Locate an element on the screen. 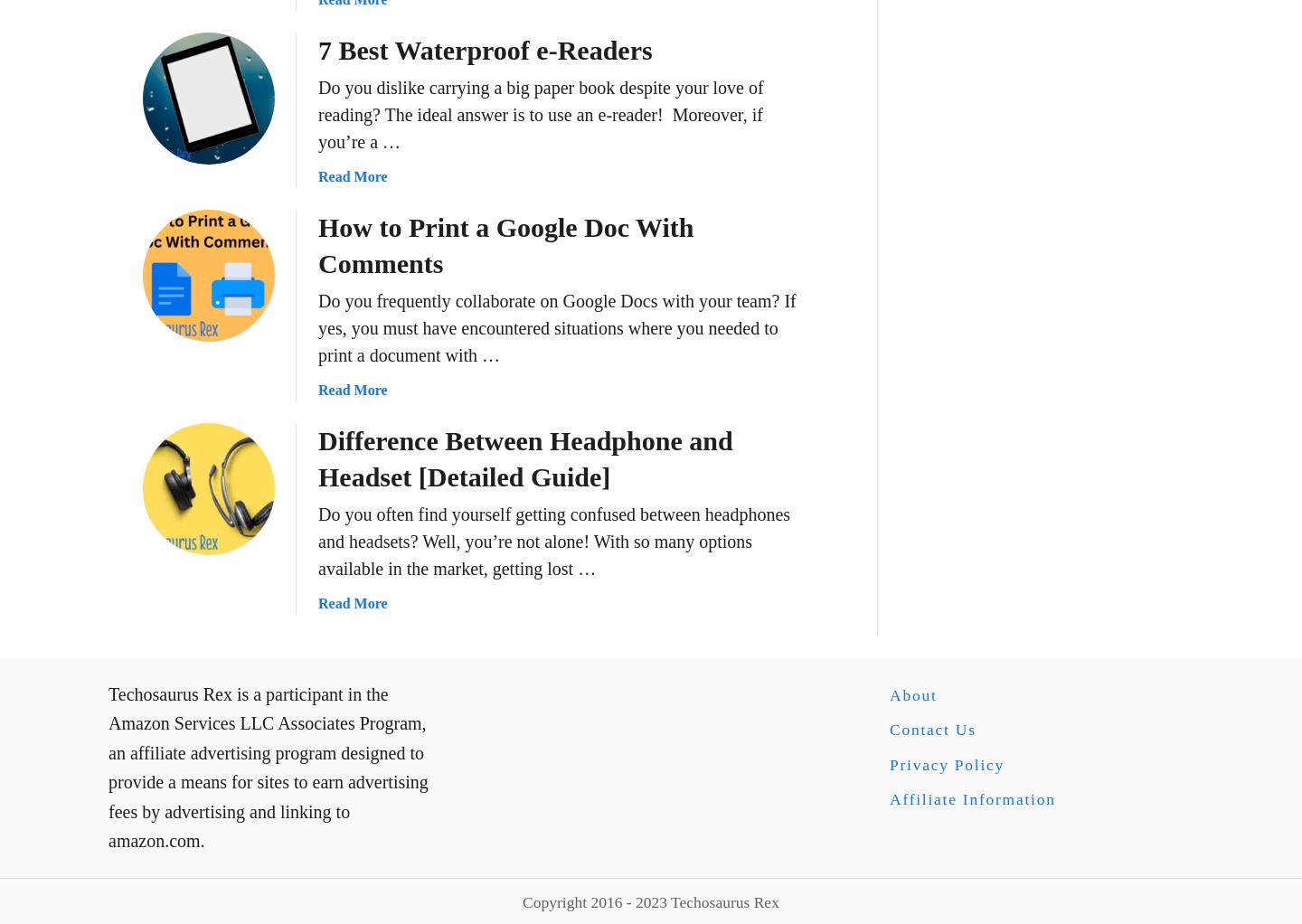  'Do you dislike carrying a big paper book despite your love of reading? The ideal answer is to use an e-reader!  Moreover, if you’re a …' is located at coordinates (541, 115).